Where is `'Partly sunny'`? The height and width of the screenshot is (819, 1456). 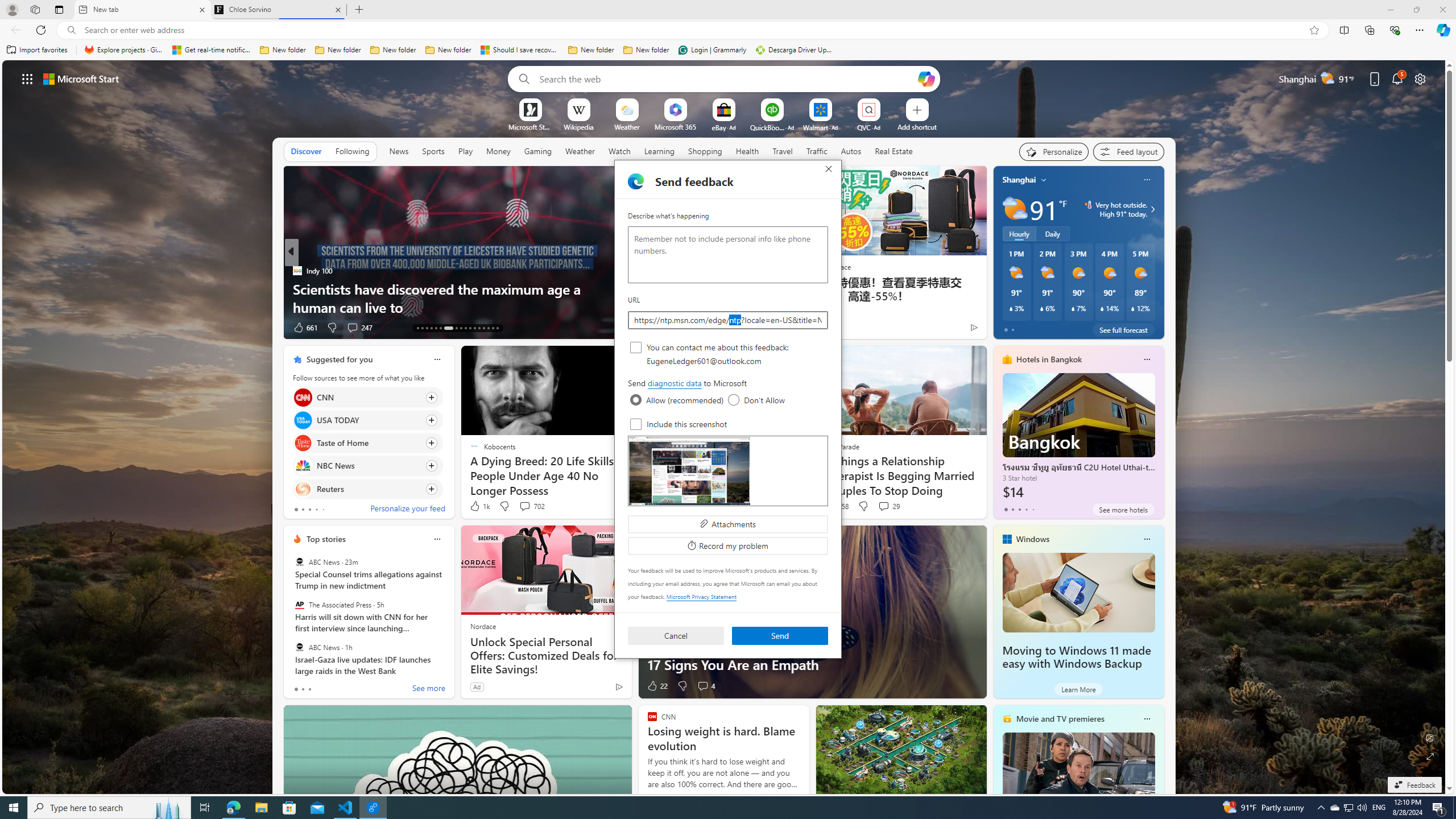
'Partly sunny' is located at coordinates (1015, 209).